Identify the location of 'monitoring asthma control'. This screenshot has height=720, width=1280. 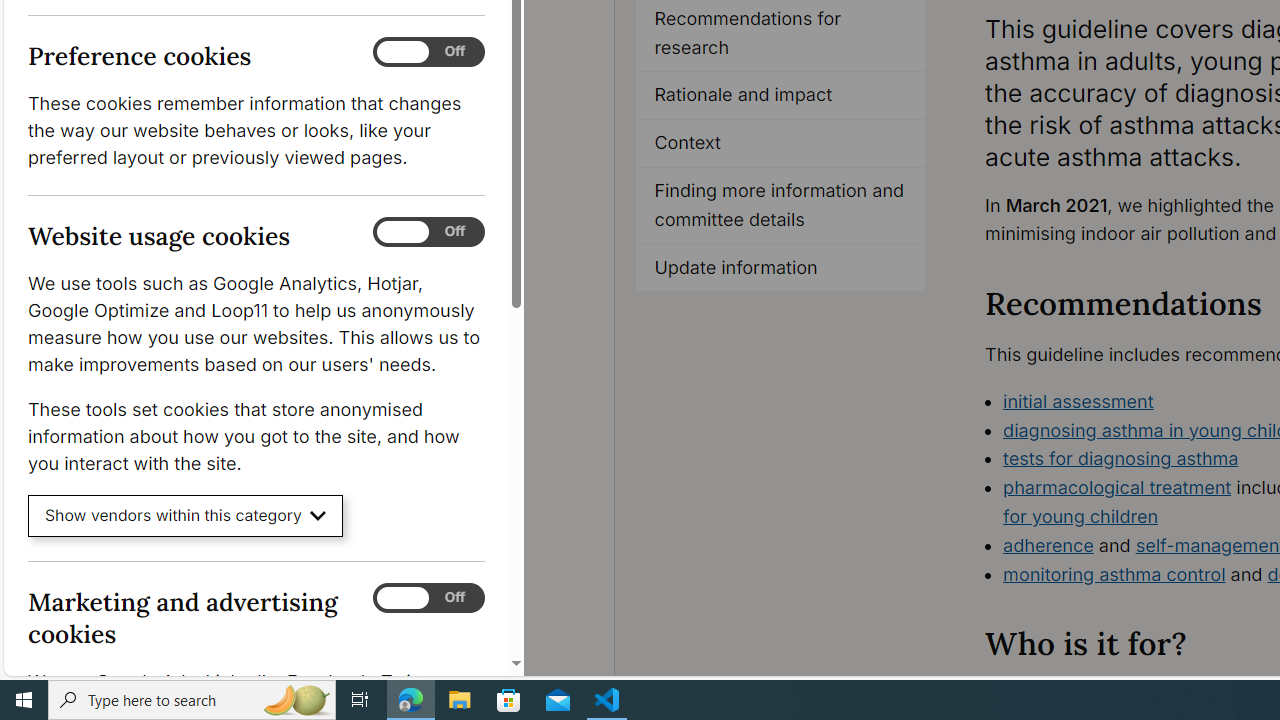
(1113, 573).